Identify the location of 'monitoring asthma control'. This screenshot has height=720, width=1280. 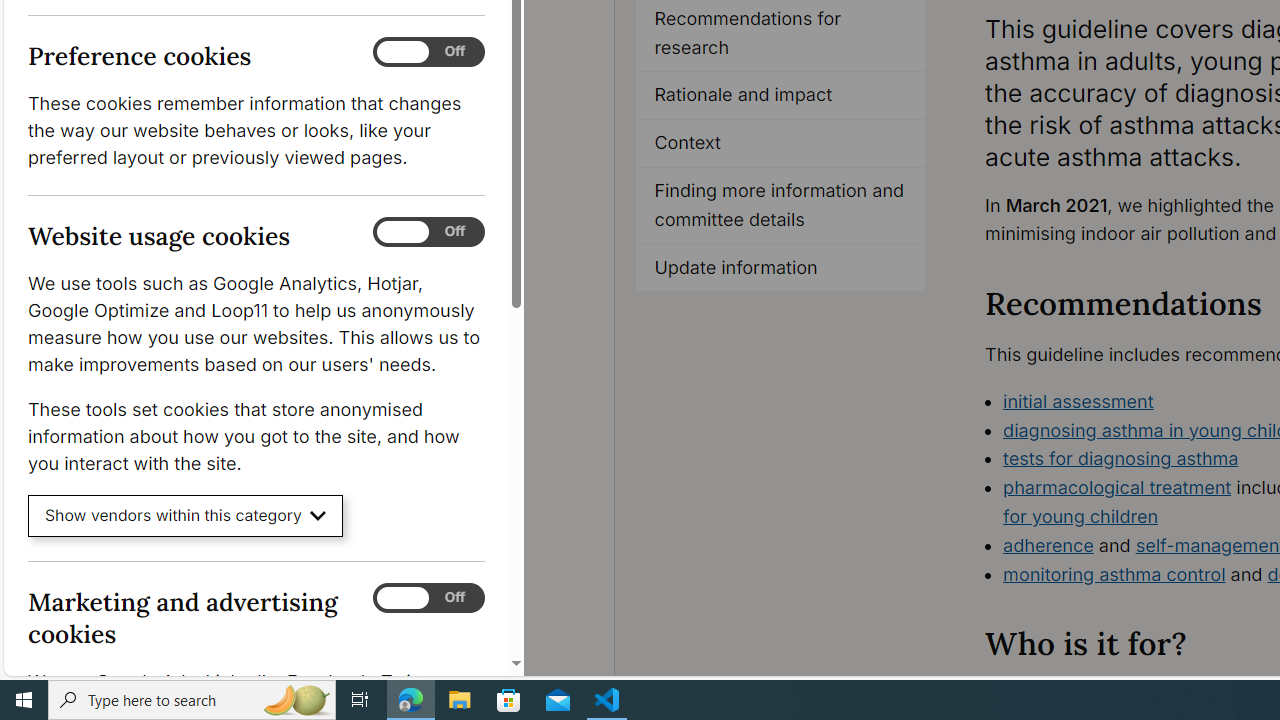
(1113, 573).